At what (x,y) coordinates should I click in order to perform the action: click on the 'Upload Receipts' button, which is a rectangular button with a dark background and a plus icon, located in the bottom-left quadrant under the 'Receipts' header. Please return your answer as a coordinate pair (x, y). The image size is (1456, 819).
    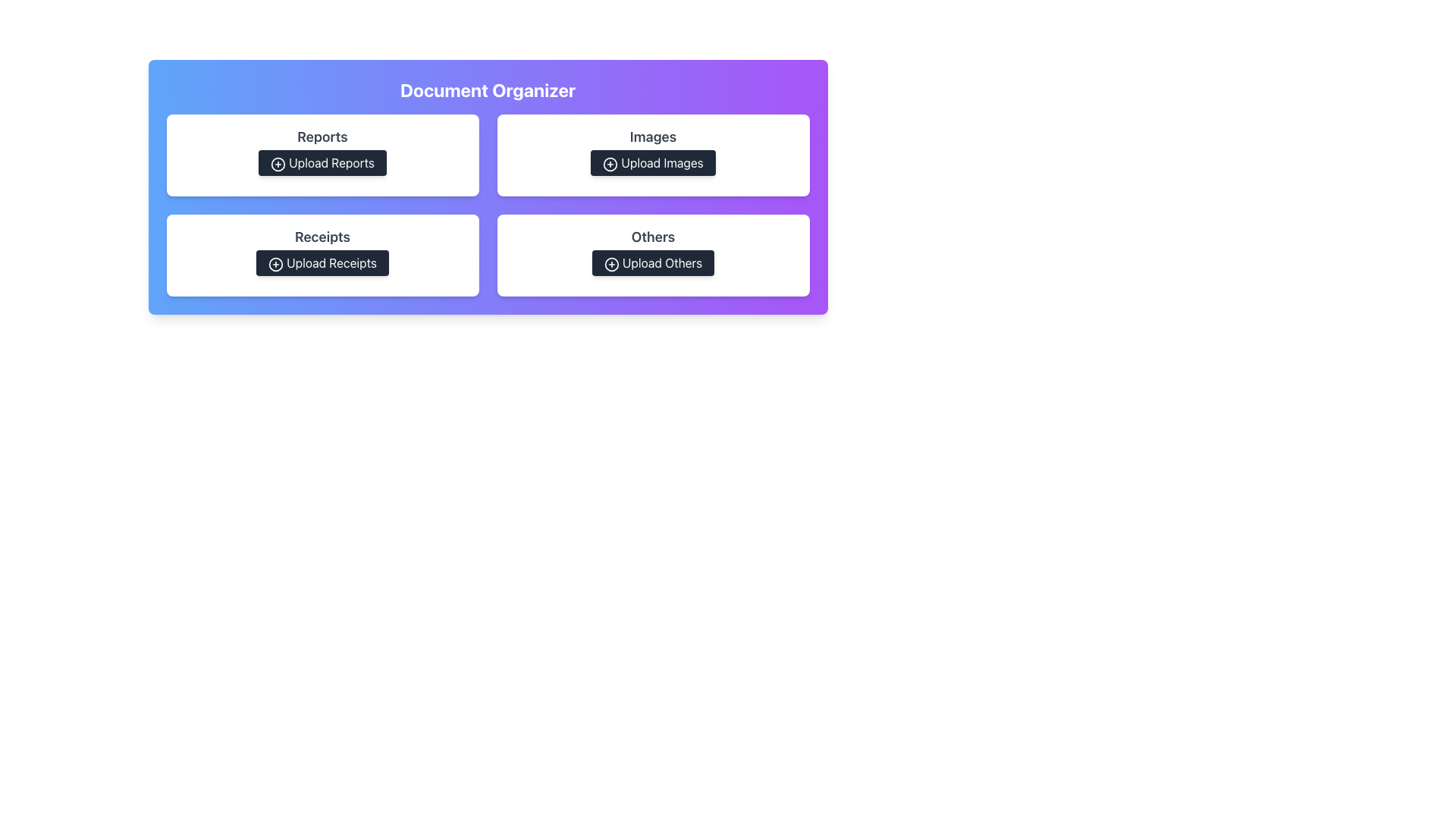
    Looking at the image, I should click on (322, 254).